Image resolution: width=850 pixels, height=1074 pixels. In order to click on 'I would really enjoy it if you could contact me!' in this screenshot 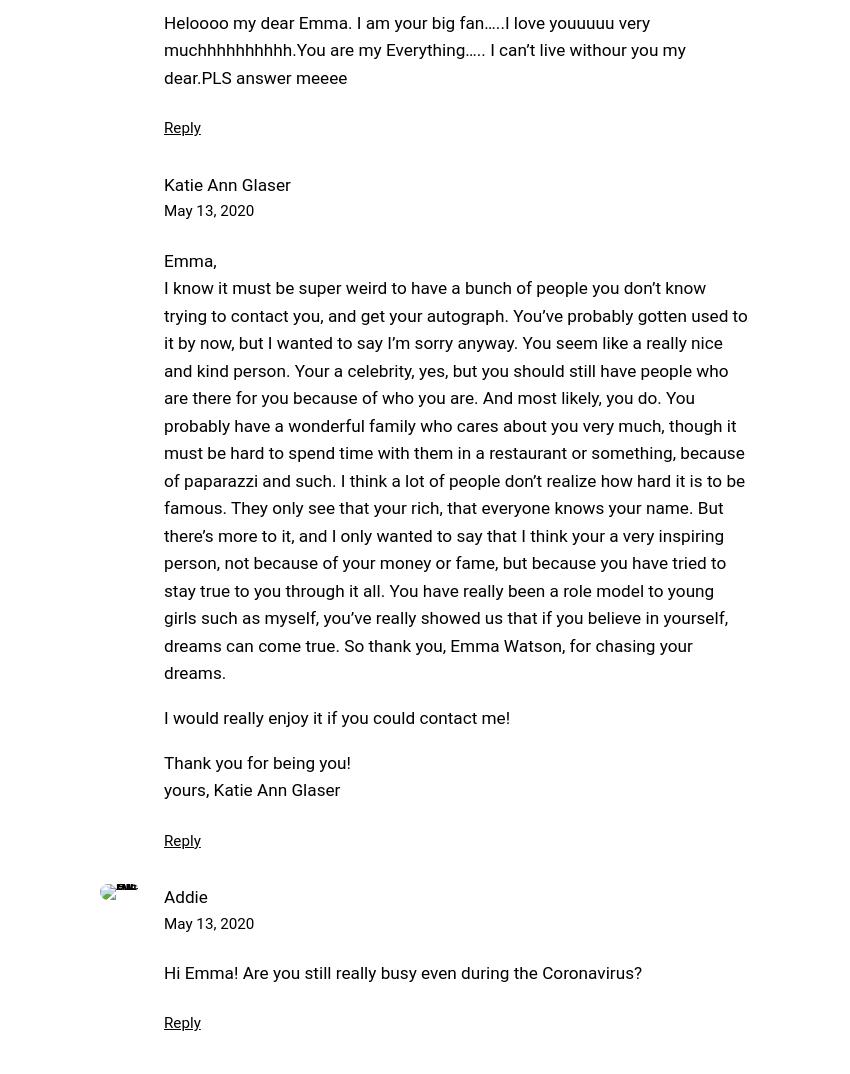, I will do `click(337, 717)`.